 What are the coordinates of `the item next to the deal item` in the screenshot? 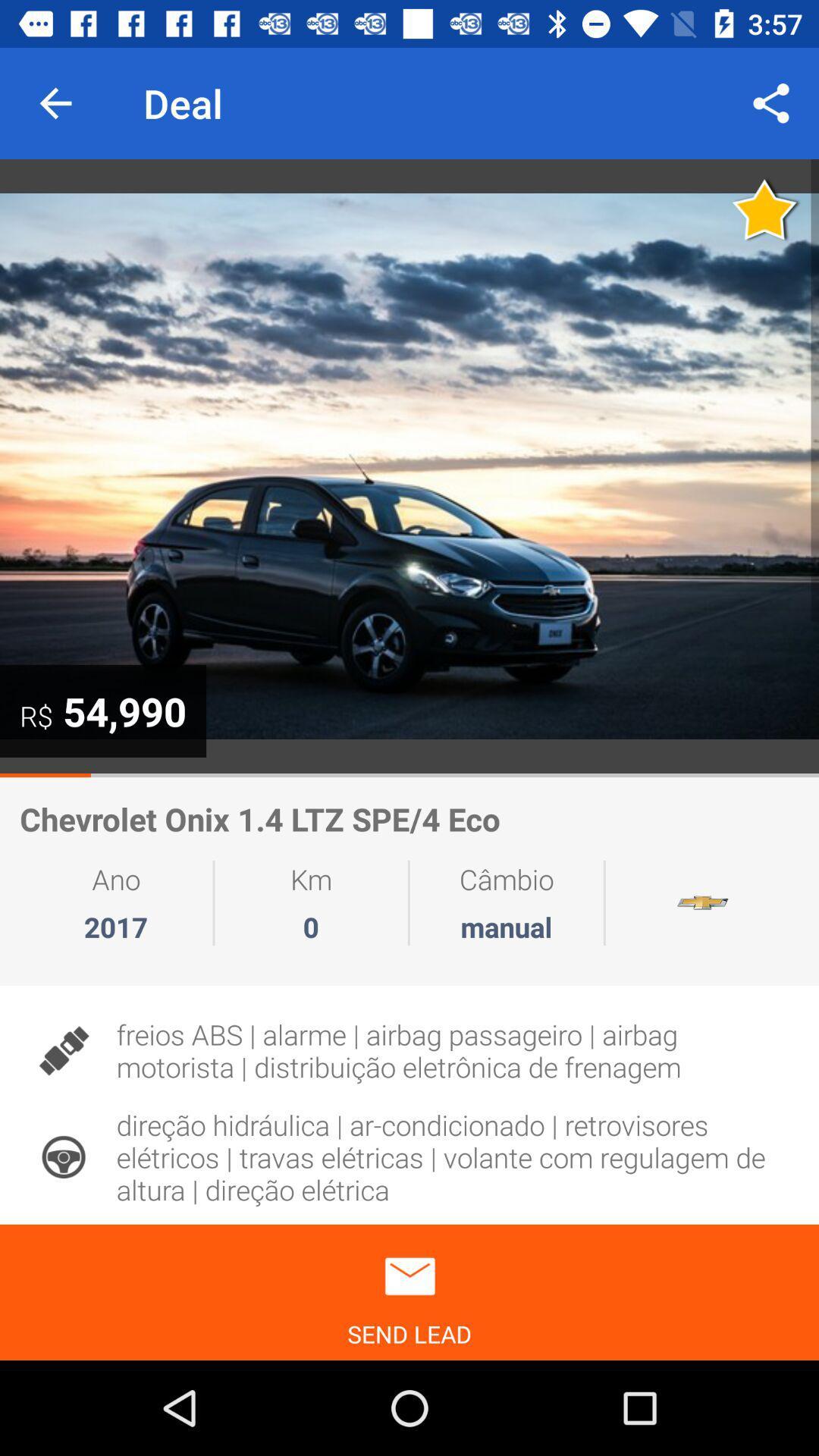 It's located at (771, 102).